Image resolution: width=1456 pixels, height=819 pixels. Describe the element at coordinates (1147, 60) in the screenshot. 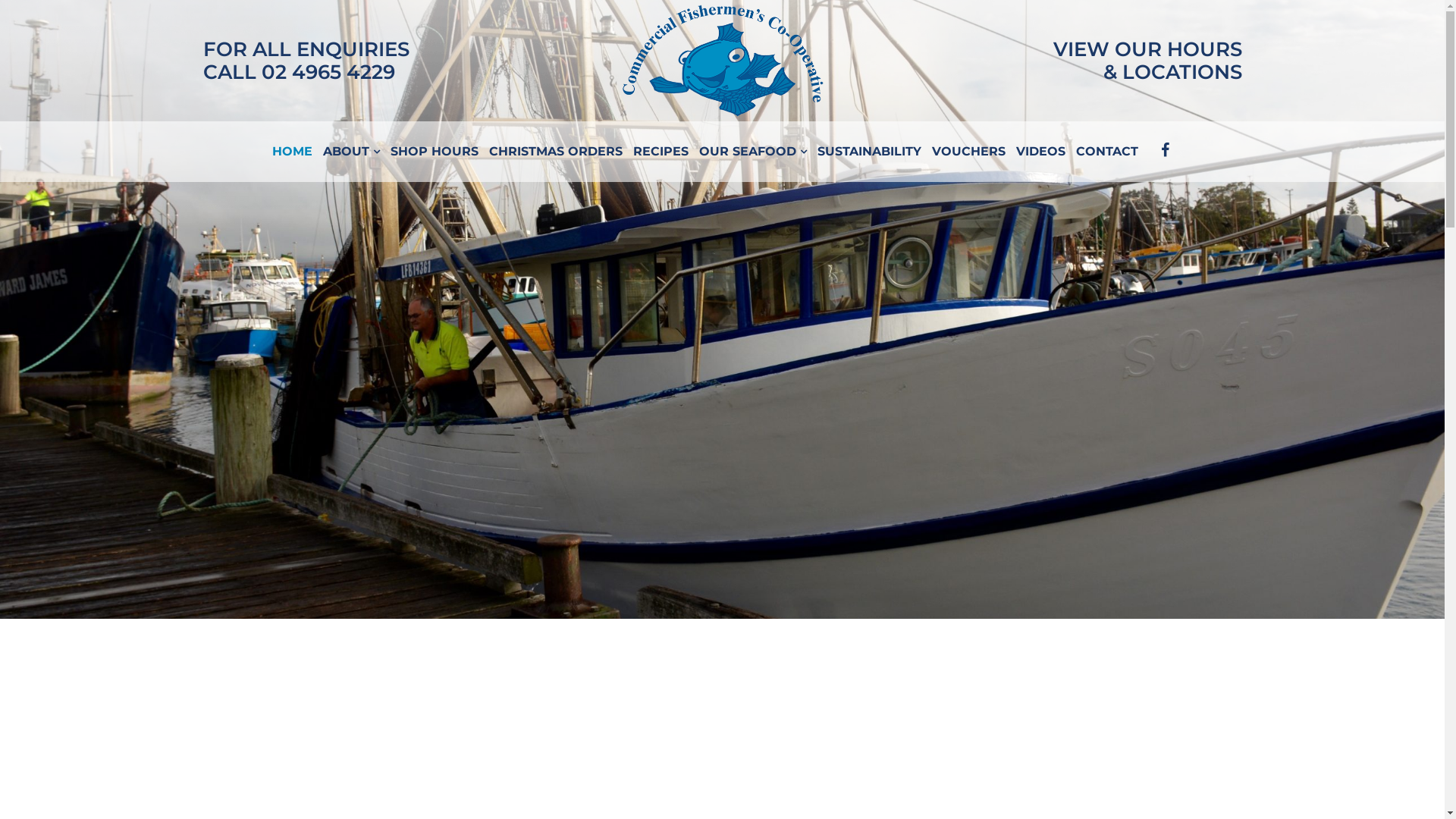

I see `'VIEW OUR HOURS` at that location.